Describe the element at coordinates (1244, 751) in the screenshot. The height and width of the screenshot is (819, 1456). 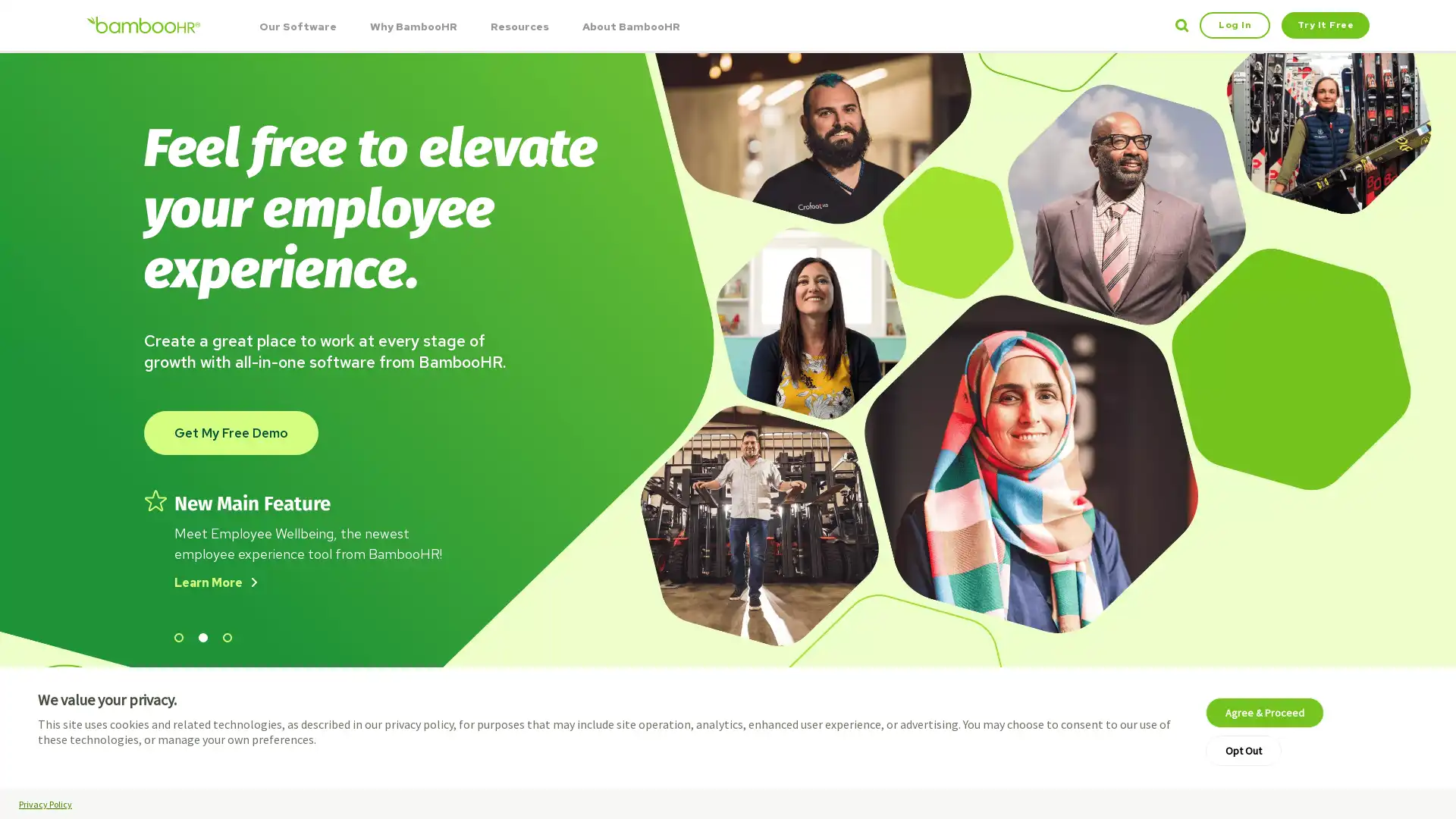
I see `Opt Out` at that location.